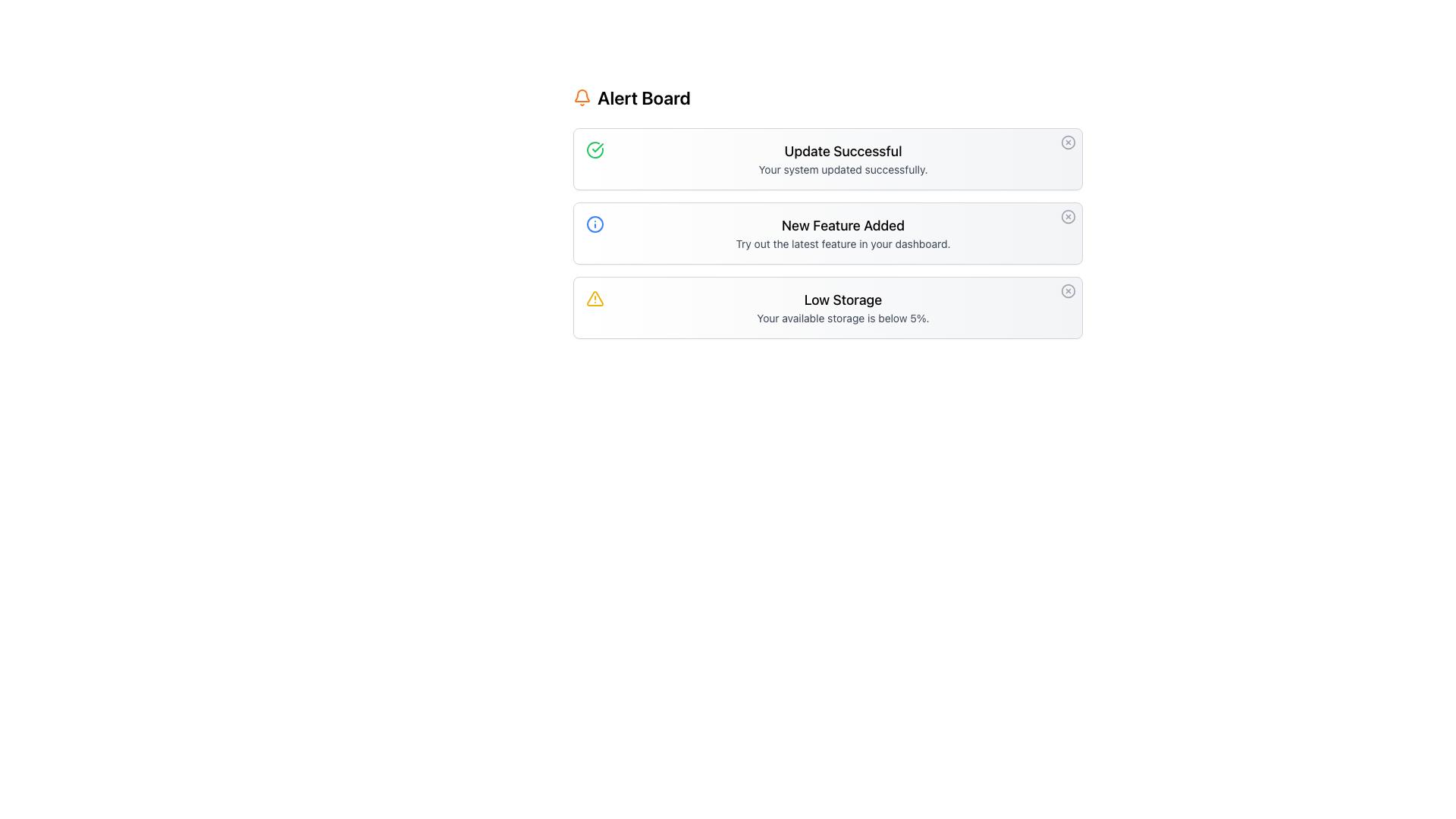 The image size is (1456, 819). Describe the element at coordinates (843, 318) in the screenshot. I see `message informing the user about limited storage availability, located below the 'Low Storage' heading in the third alert box of the 'Alert Board'` at that location.